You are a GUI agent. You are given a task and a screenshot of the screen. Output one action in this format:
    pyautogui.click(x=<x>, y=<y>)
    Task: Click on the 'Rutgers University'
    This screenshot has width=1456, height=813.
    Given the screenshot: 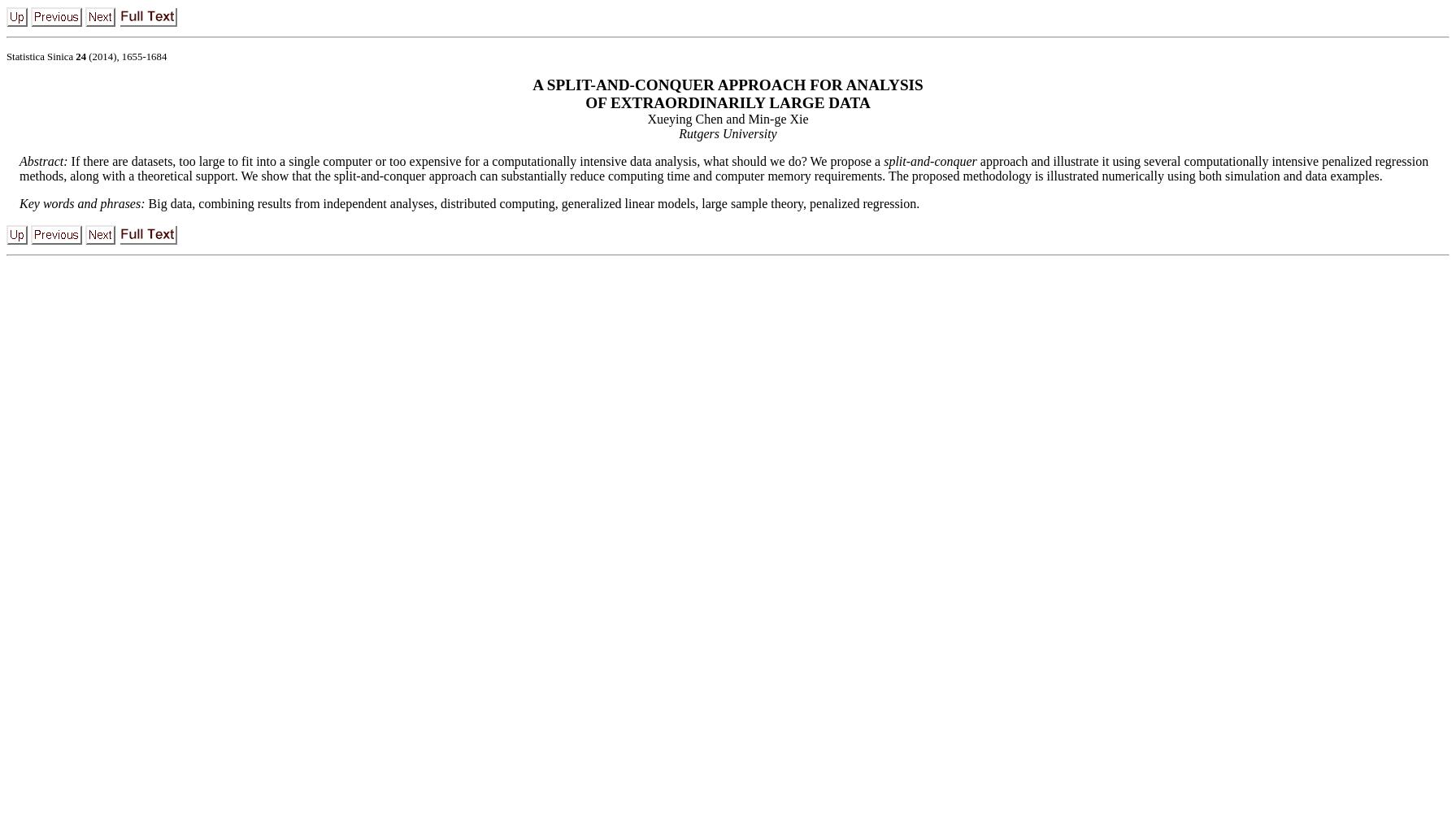 What is the action you would take?
    pyautogui.click(x=678, y=133)
    